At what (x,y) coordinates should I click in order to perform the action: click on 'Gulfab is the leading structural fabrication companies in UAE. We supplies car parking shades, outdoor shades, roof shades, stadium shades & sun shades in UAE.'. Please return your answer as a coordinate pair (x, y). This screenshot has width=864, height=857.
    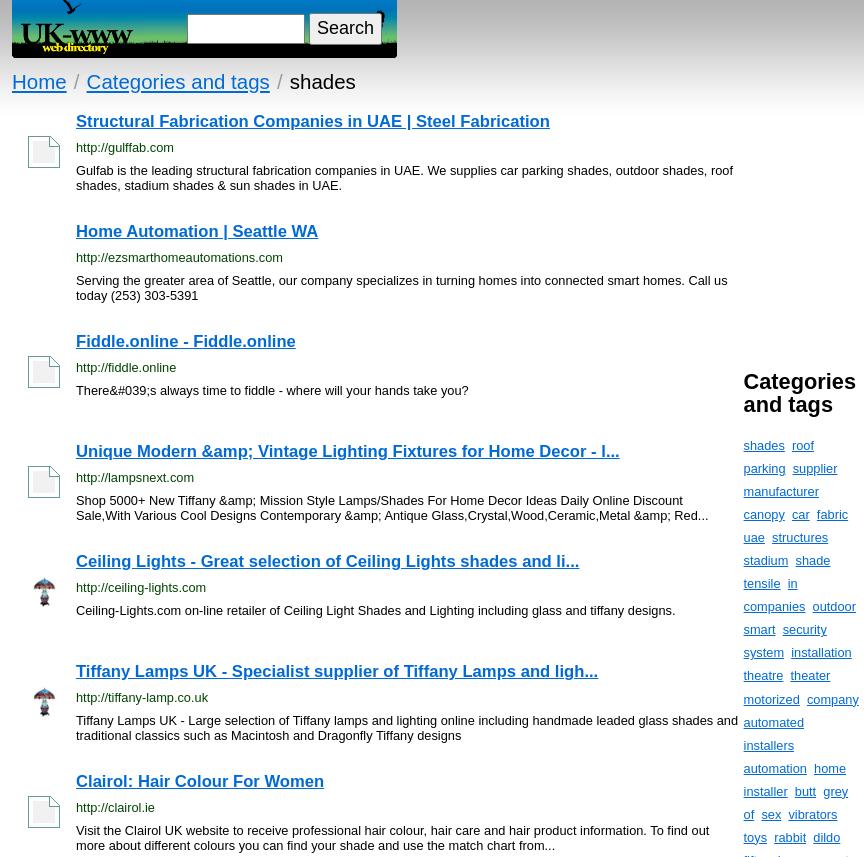
    Looking at the image, I should click on (403, 177).